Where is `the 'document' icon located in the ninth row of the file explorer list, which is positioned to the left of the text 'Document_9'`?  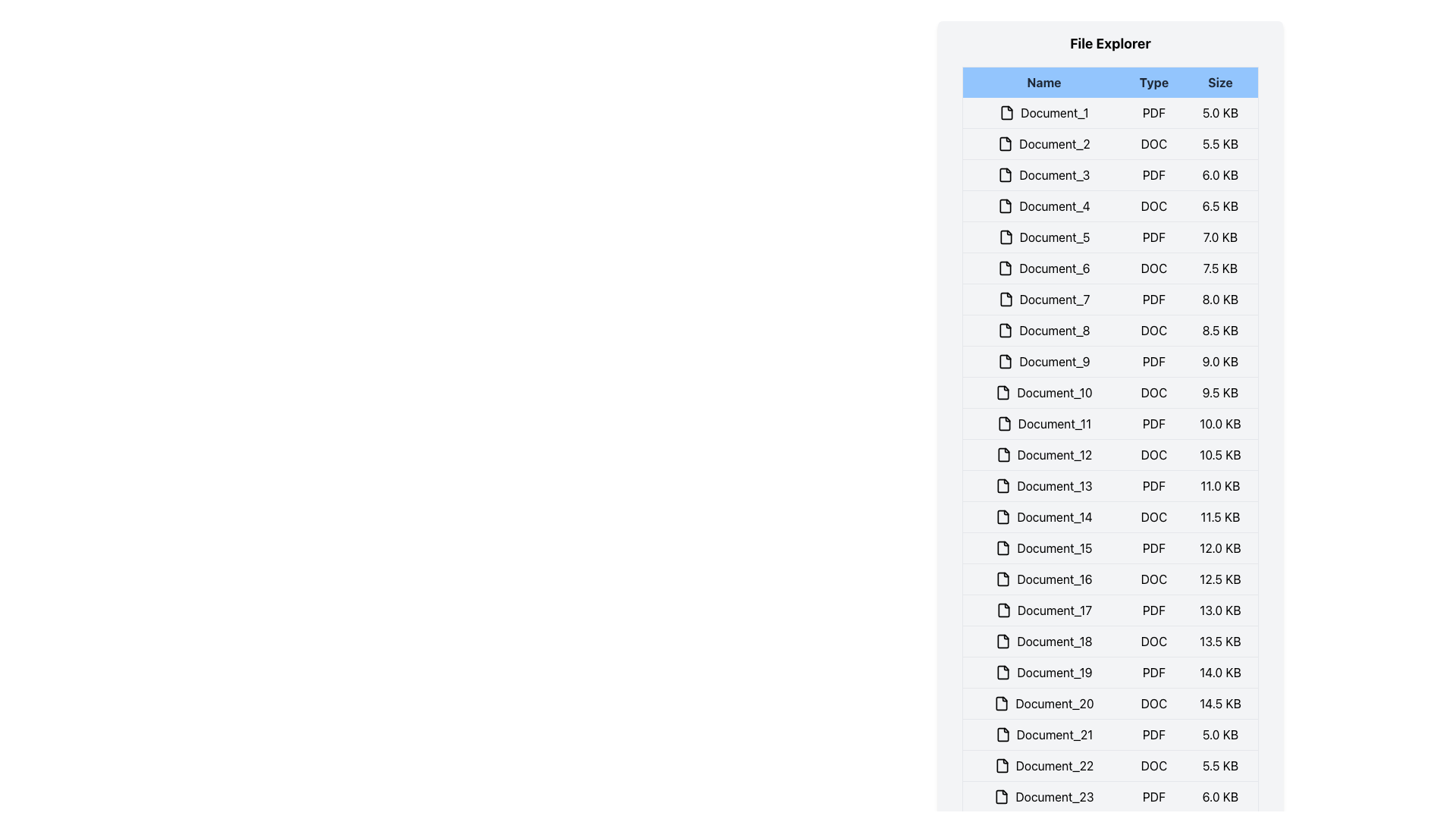
the 'document' icon located in the ninth row of the file explorer list, which is positioned to the left of the text 'Document_9' is located at coordinates (1006, 362).